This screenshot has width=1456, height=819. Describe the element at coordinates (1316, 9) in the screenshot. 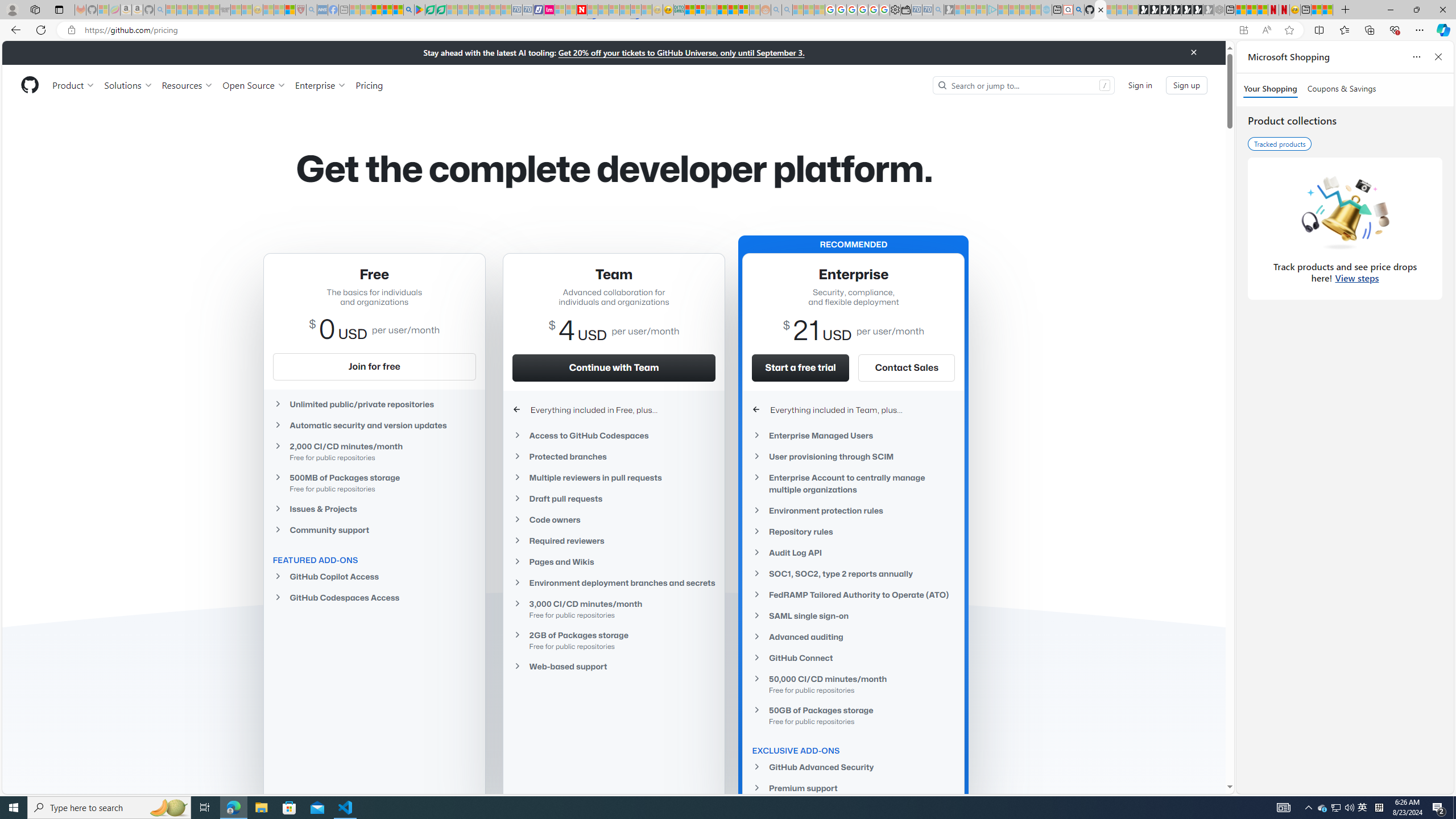

I see `'Wildlife - MSN'` at that location.